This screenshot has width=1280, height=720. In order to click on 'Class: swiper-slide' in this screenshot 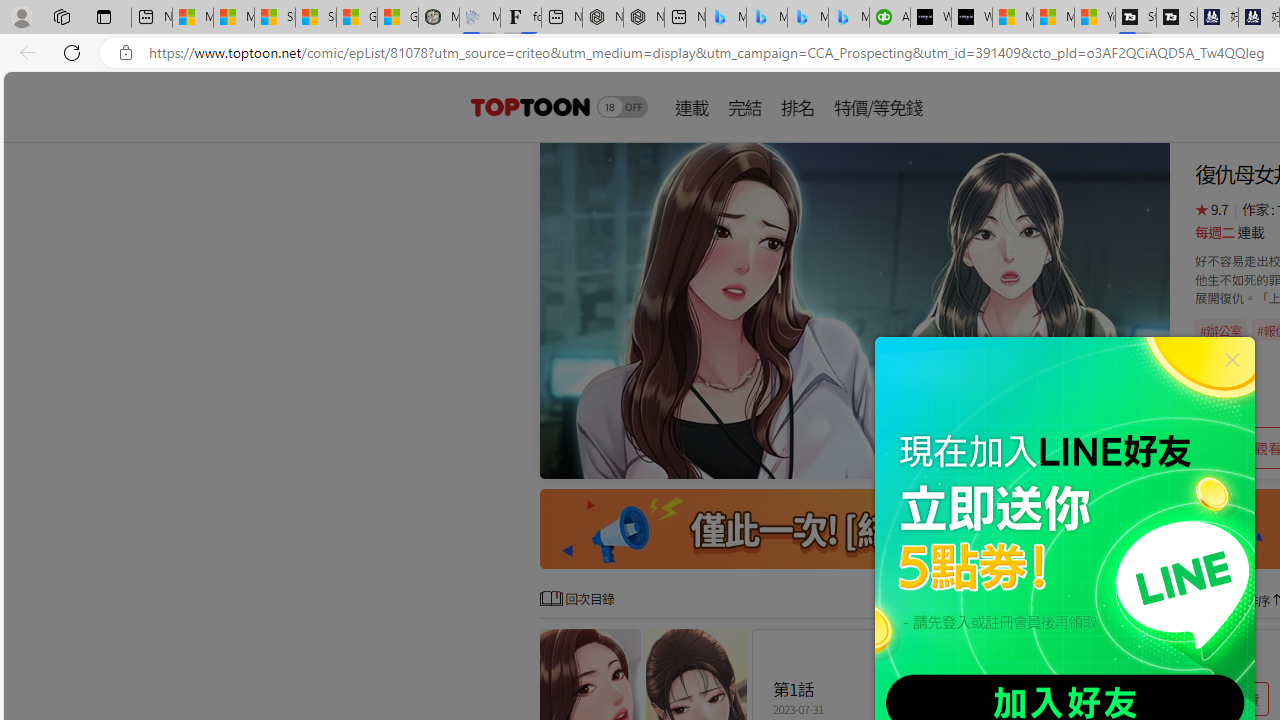, I will do `click(855, 311)`.